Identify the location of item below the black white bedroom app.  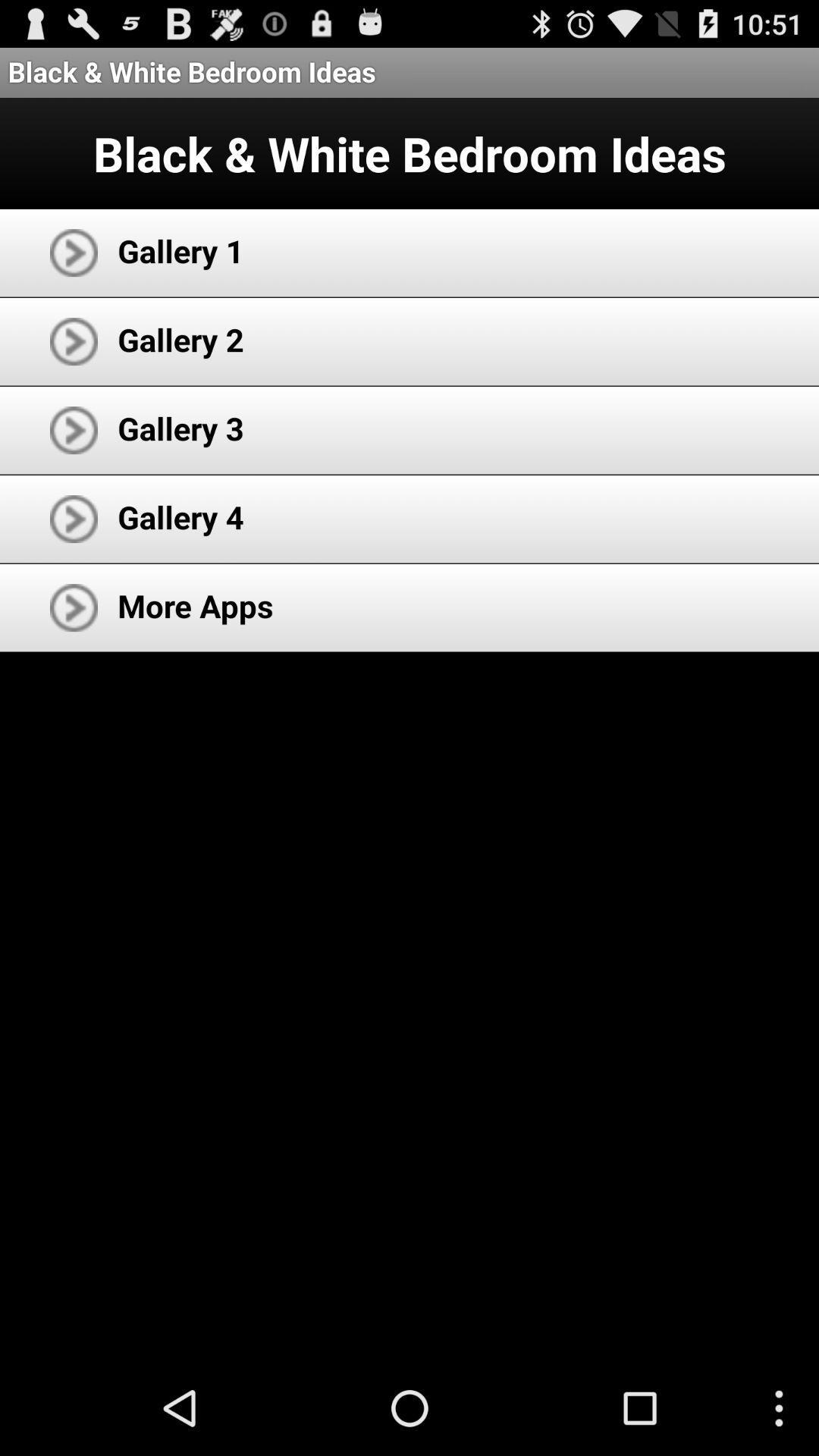
(180, 250).